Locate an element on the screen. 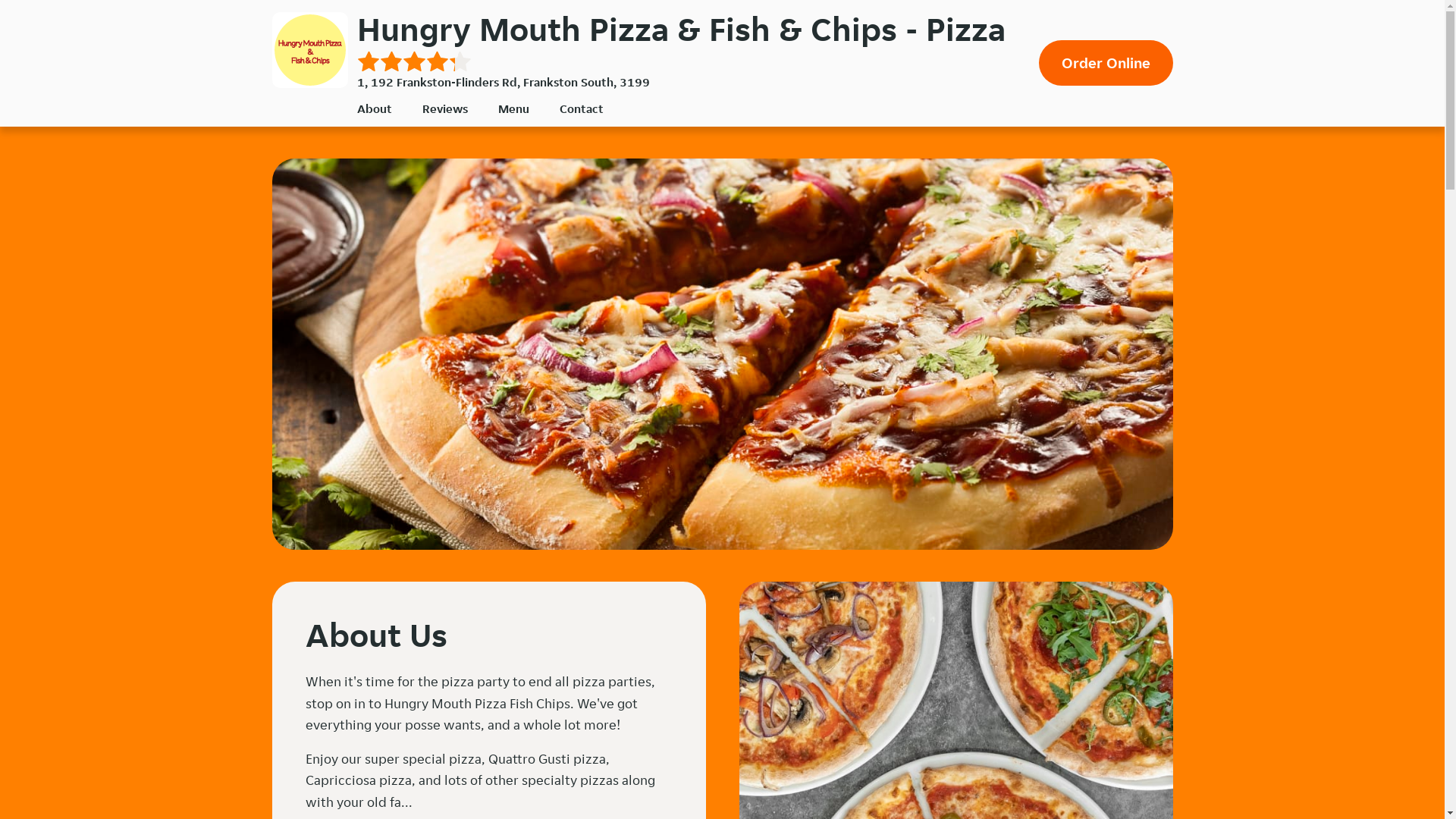 The width and height of the screenshot is (1456, 819). 'Reviews' is located at coordinates (443, 108).